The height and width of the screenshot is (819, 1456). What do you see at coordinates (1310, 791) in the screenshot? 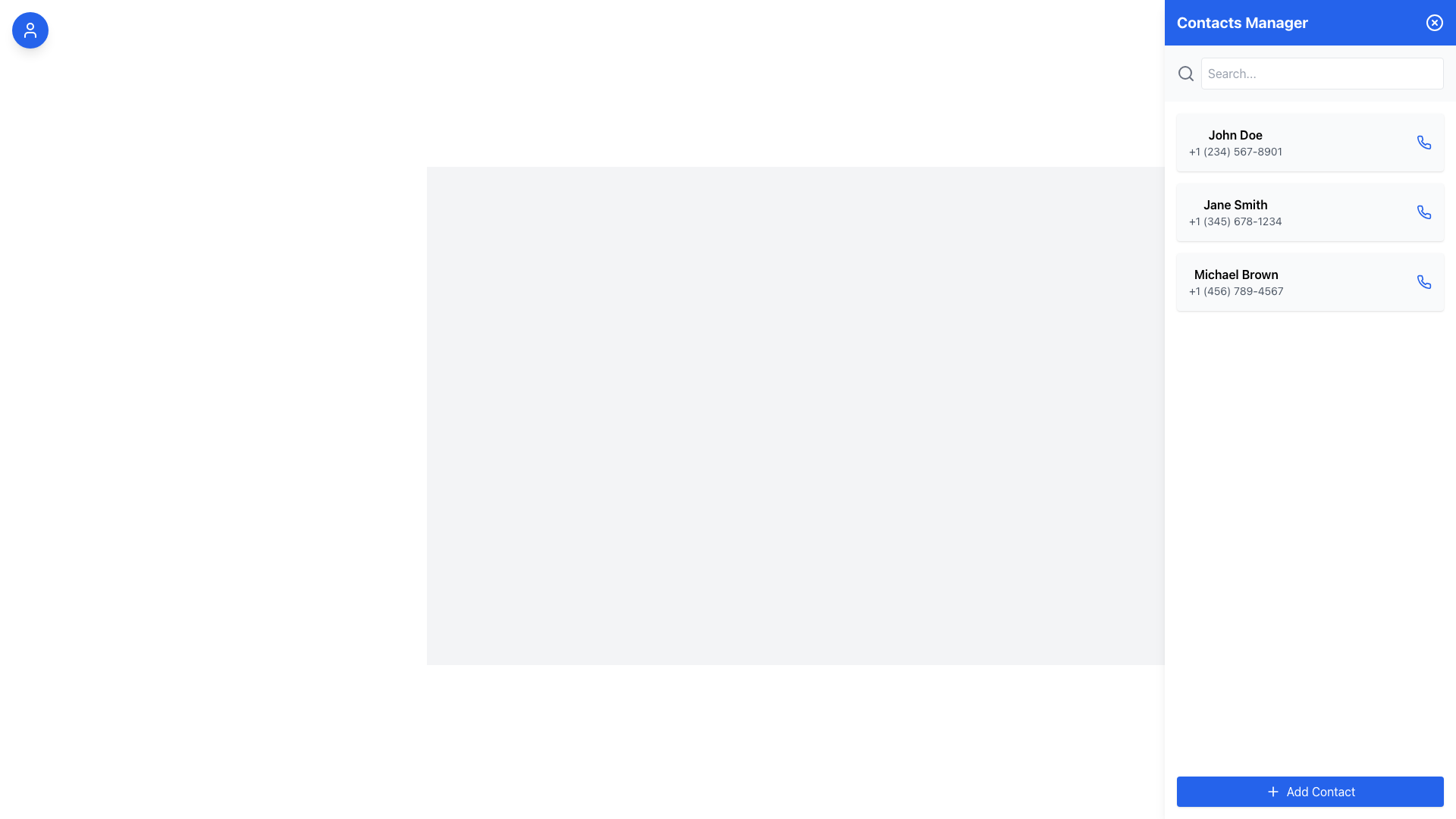
I see `the blue 'Add Contact' button located at the bottom-right corner of the interface` at bounding box center [1310, 791].